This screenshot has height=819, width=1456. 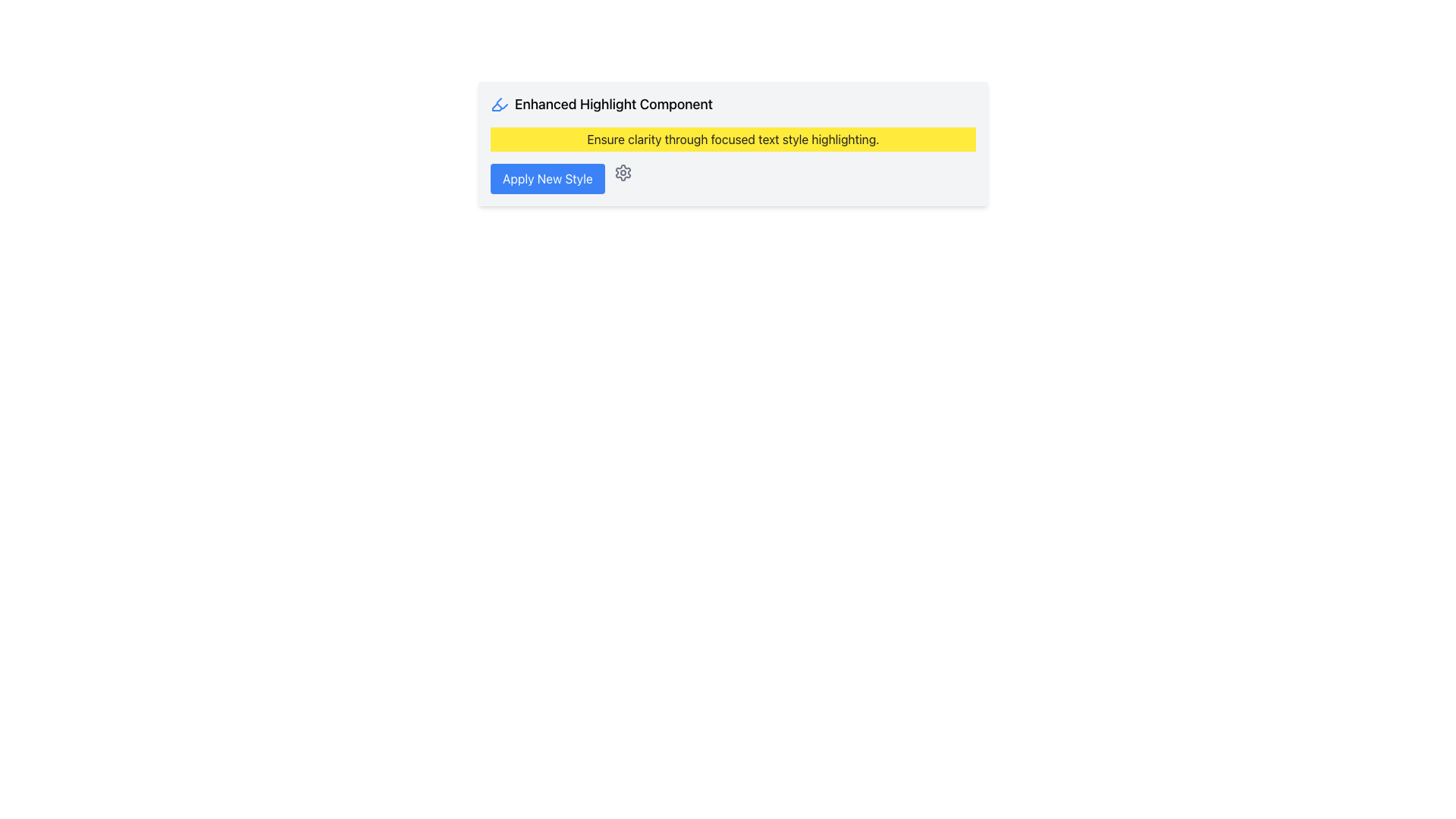 I want to click on the 'Apply New Style' button located near the bottom-left of the 'Enhanced Highlight Component' box to initiate the styling update, so click(x=546, y=177).